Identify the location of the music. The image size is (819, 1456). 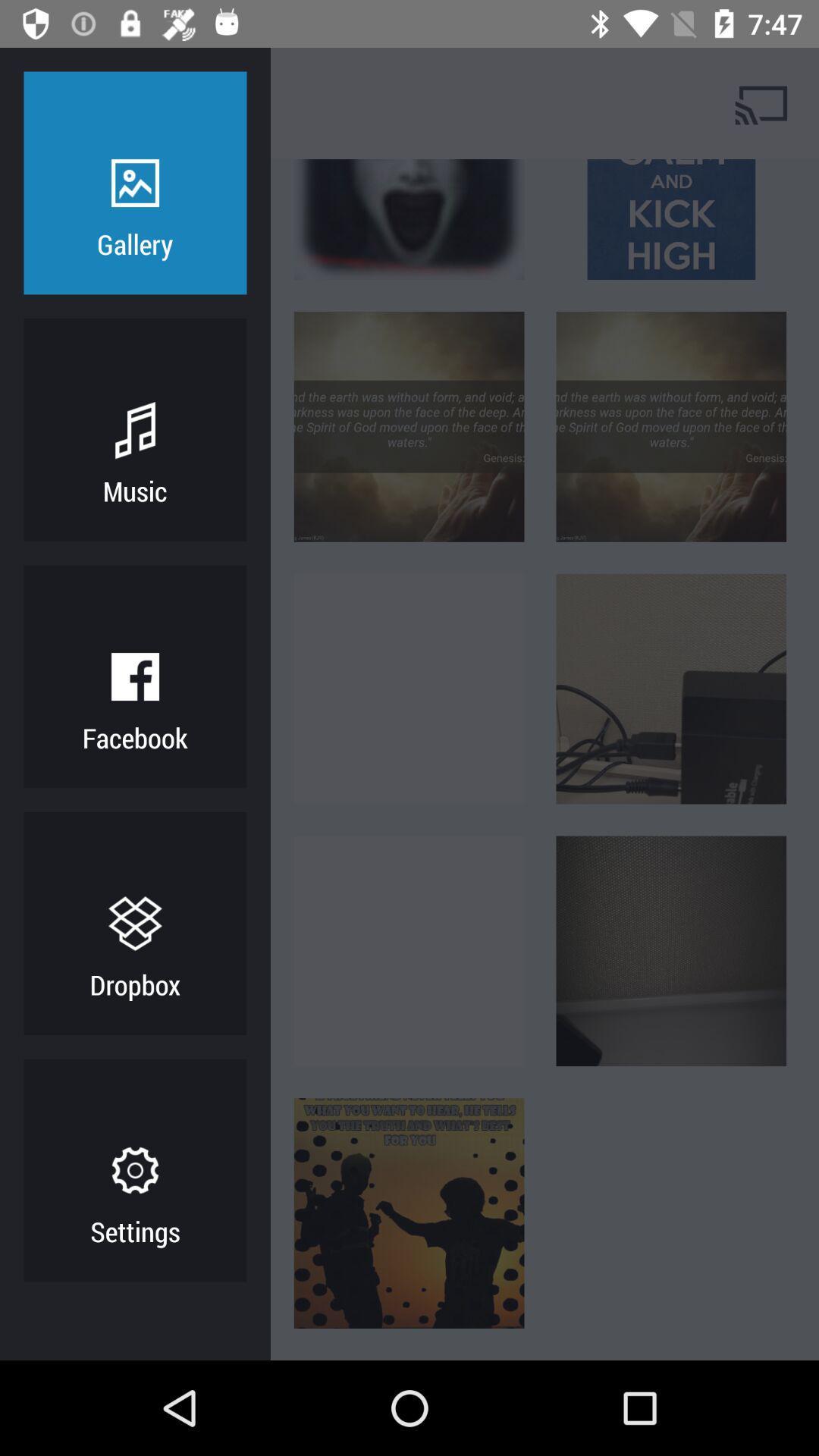
(134, 491).